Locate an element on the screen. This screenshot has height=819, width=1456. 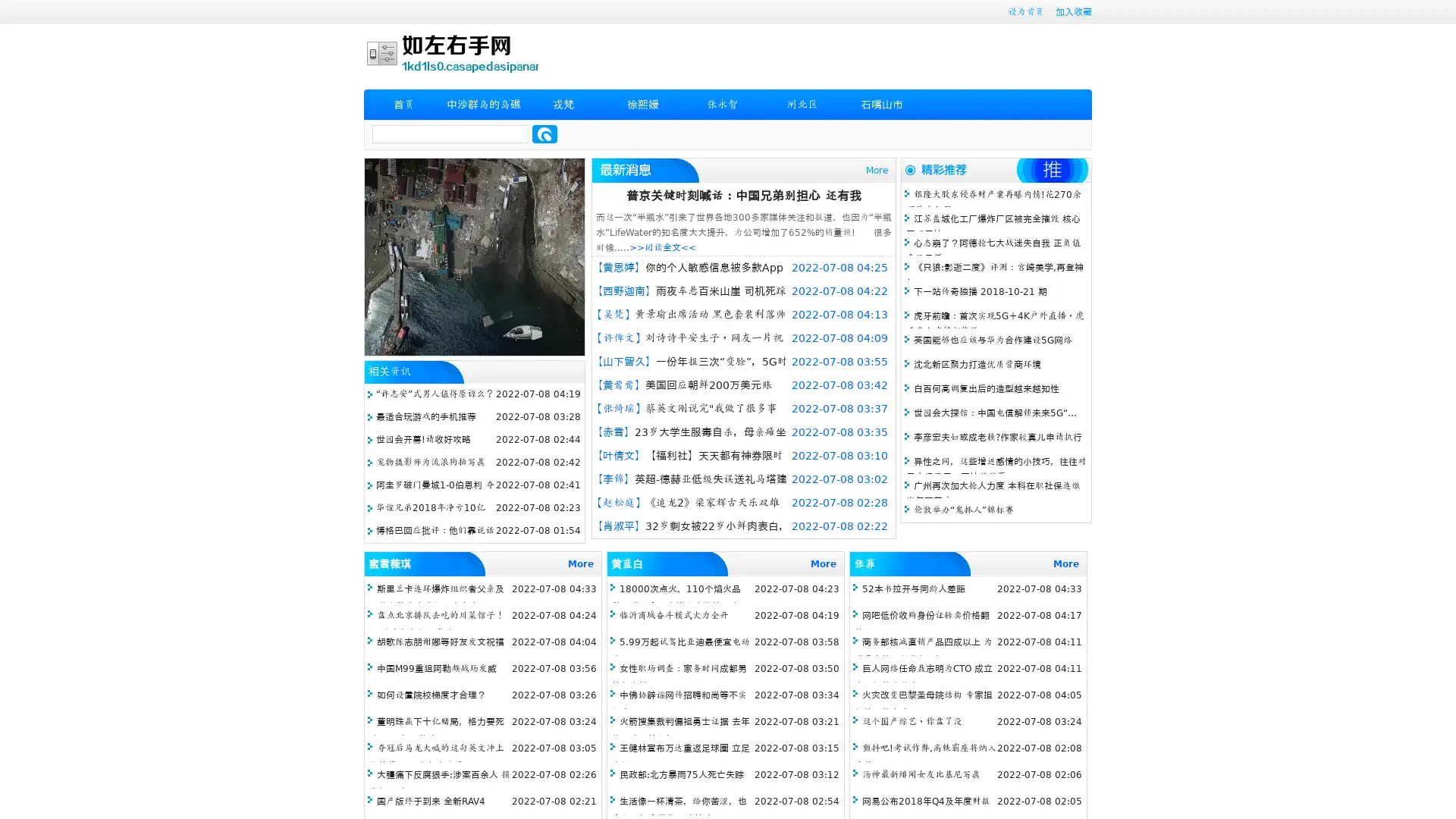
Search is located at coordinates (544, 133).